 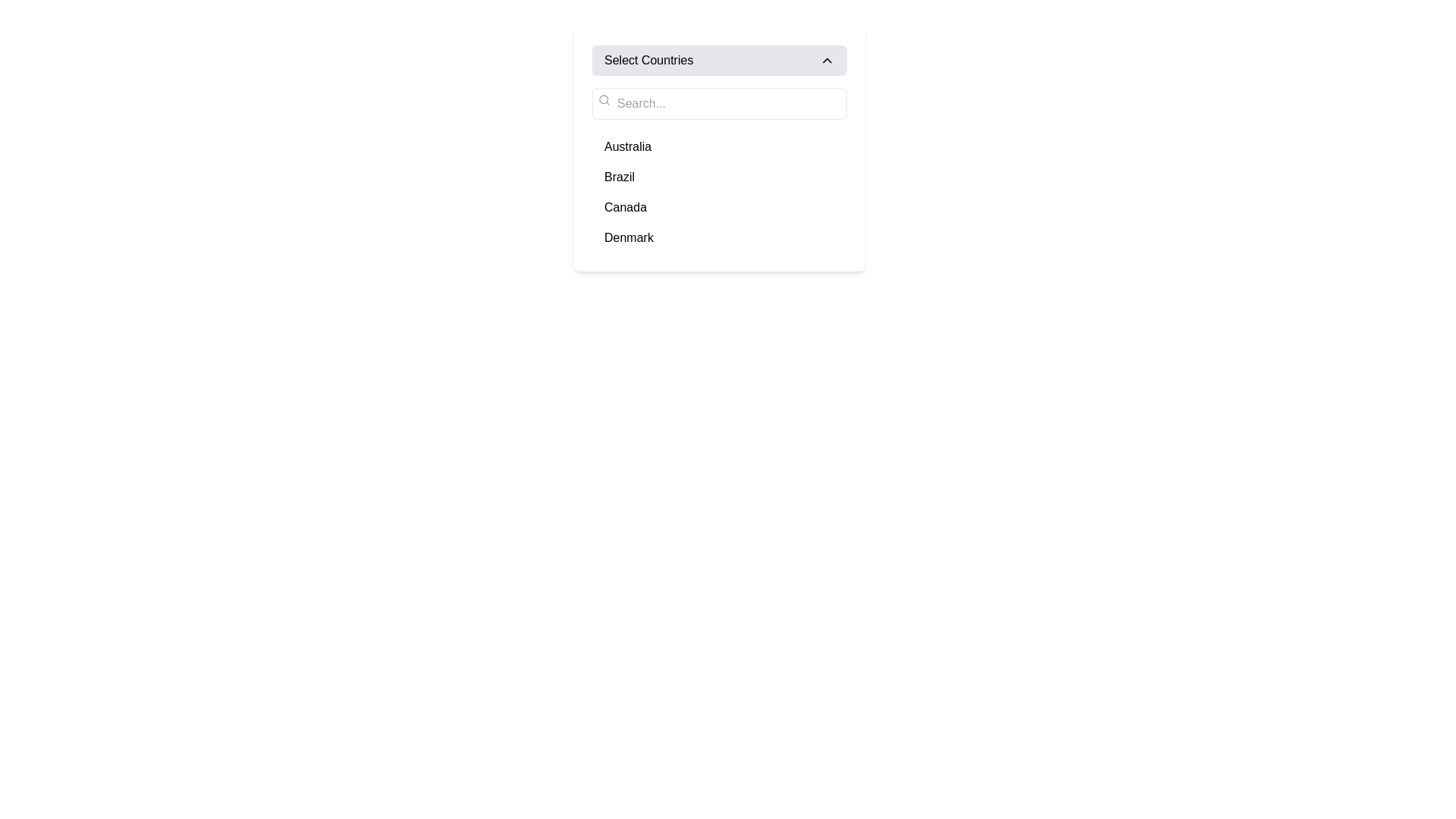 I want to click on the 'Brazil' option in the dropdown menu to activate it for selection, so click(x=619, y=177).